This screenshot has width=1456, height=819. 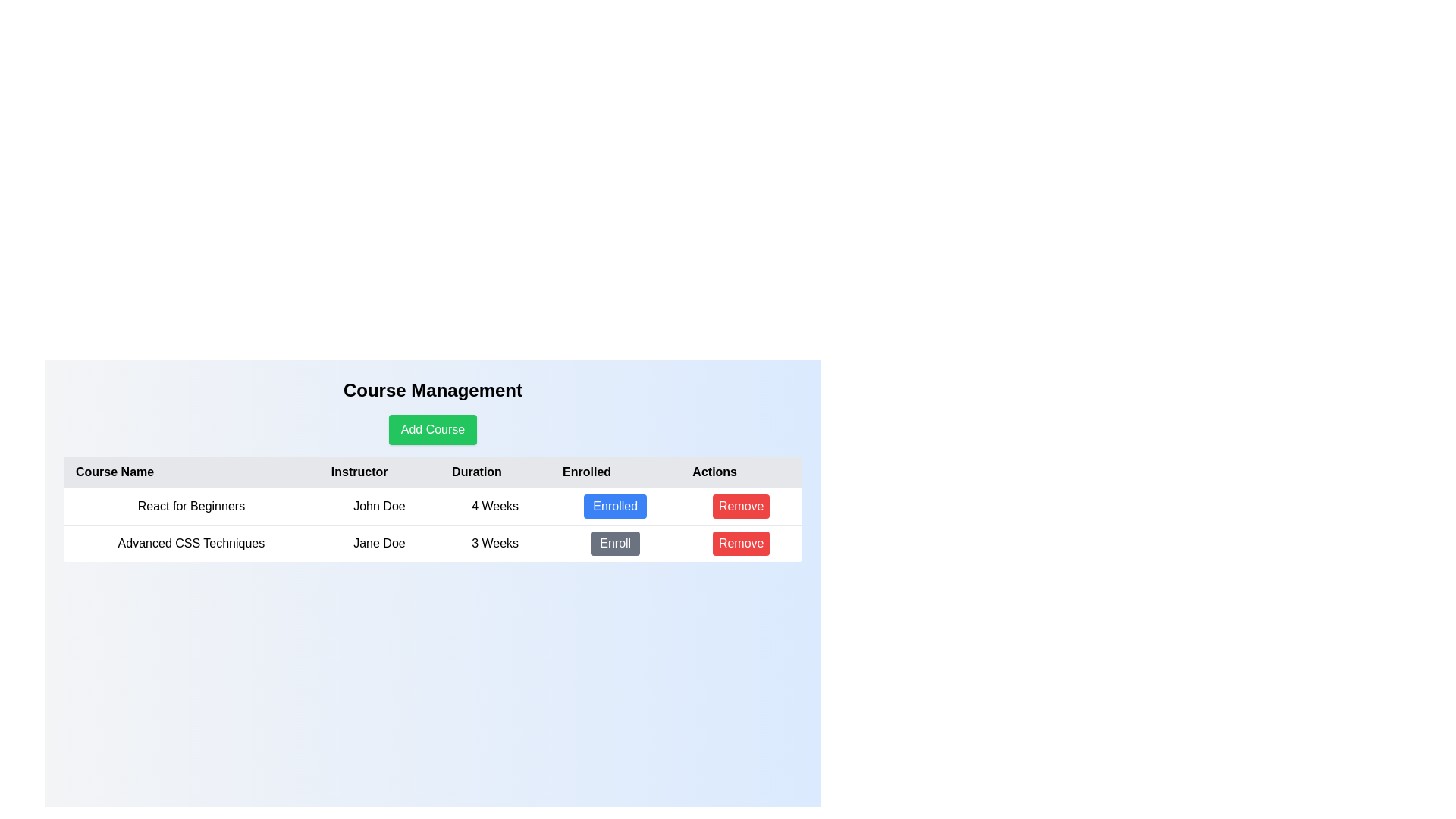 I want to click on the 'Instructor' header label, which is the second column in the header row of a table, located to the right of 'Course Name' and to the left of 'Duration', so click(x=379, y=472).